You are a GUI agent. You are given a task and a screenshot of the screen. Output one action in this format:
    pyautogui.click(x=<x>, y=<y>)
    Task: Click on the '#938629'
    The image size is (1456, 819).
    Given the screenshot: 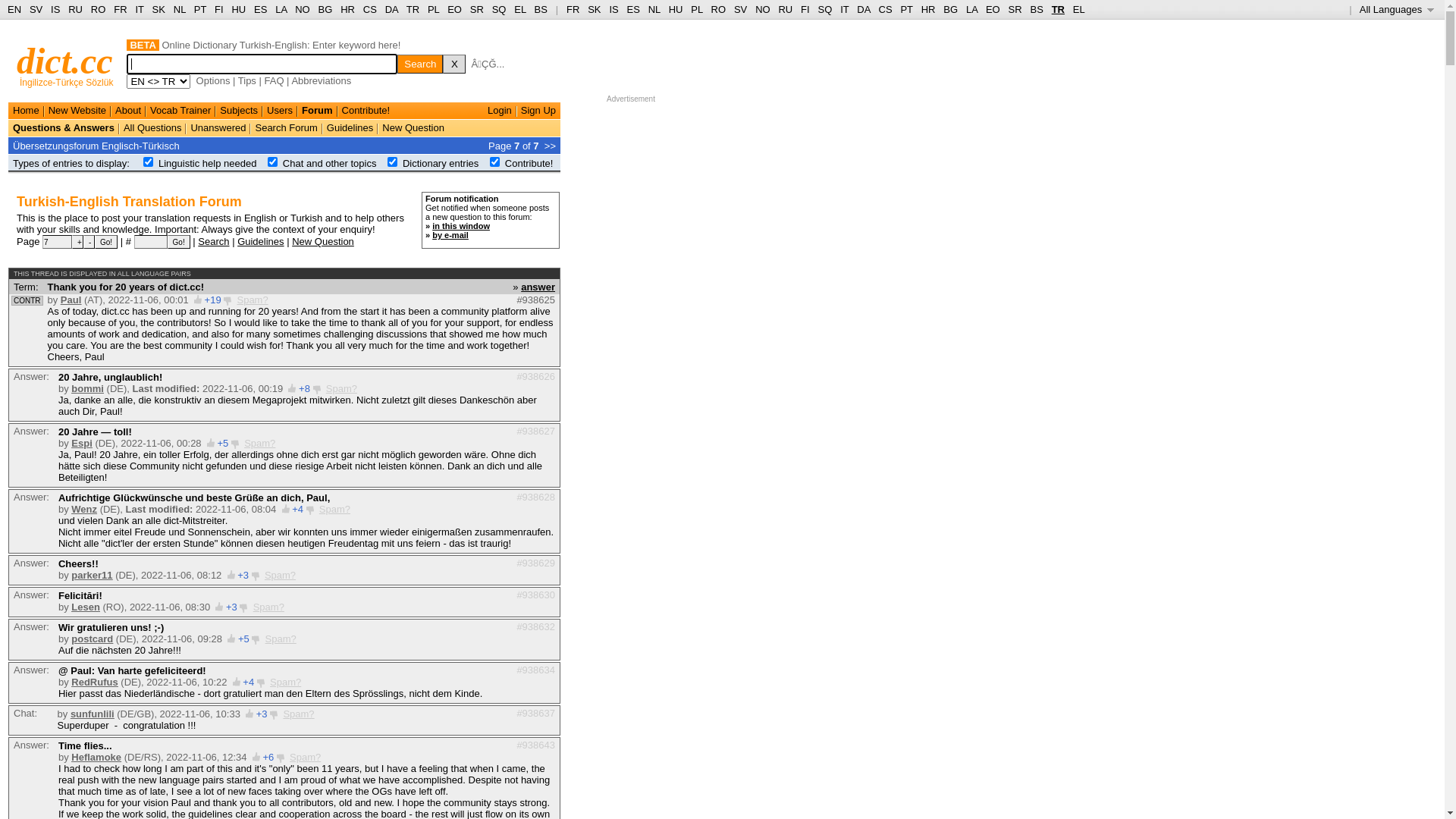 What is the action you would take?
    pyautogui.click(x=535, y=562)
    